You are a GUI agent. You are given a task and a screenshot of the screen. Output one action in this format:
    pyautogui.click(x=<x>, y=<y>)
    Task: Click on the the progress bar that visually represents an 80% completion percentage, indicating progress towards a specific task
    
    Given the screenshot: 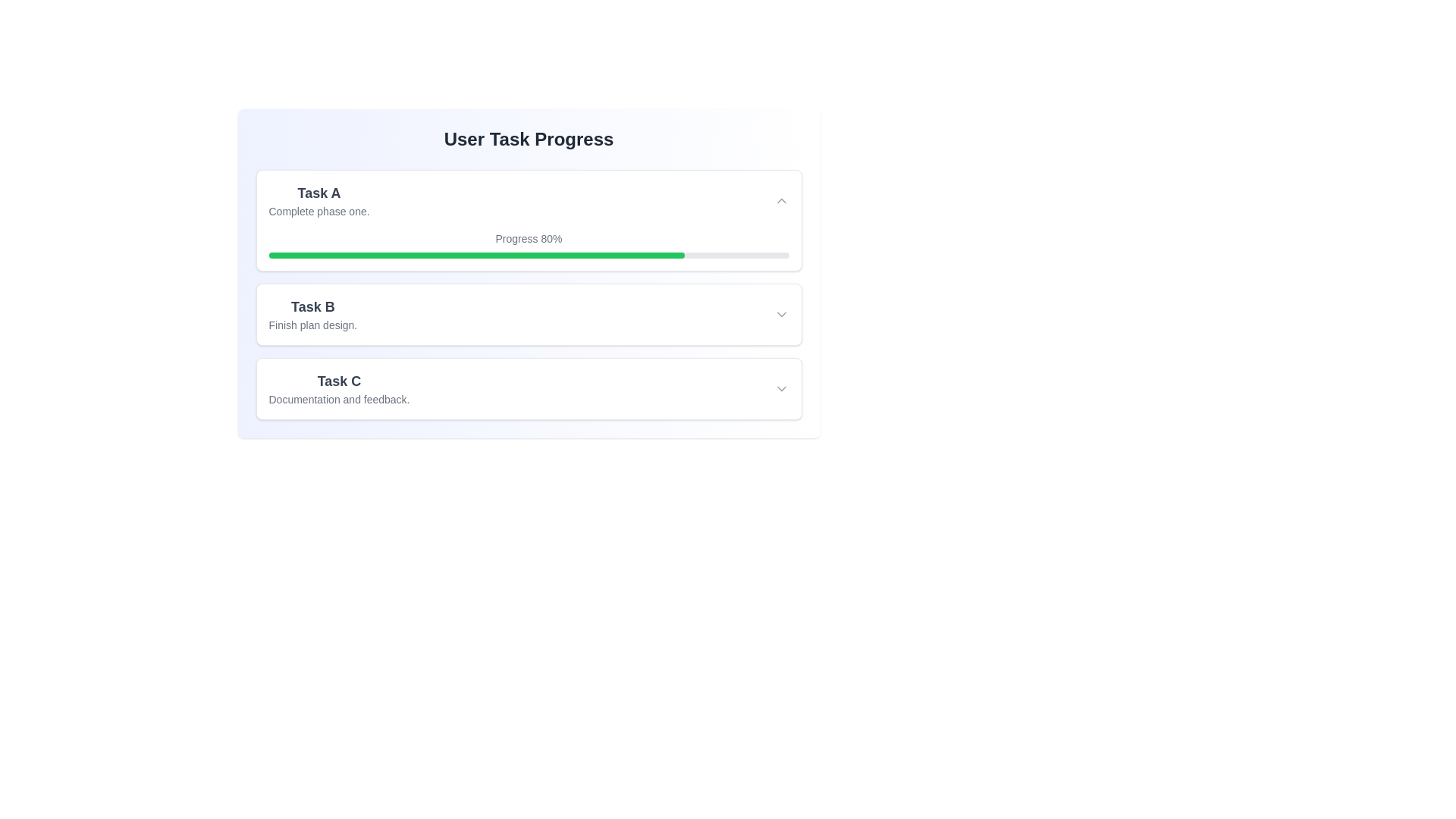 What is the action you would take?
    pyautogui.click(x=475, y=254)
    